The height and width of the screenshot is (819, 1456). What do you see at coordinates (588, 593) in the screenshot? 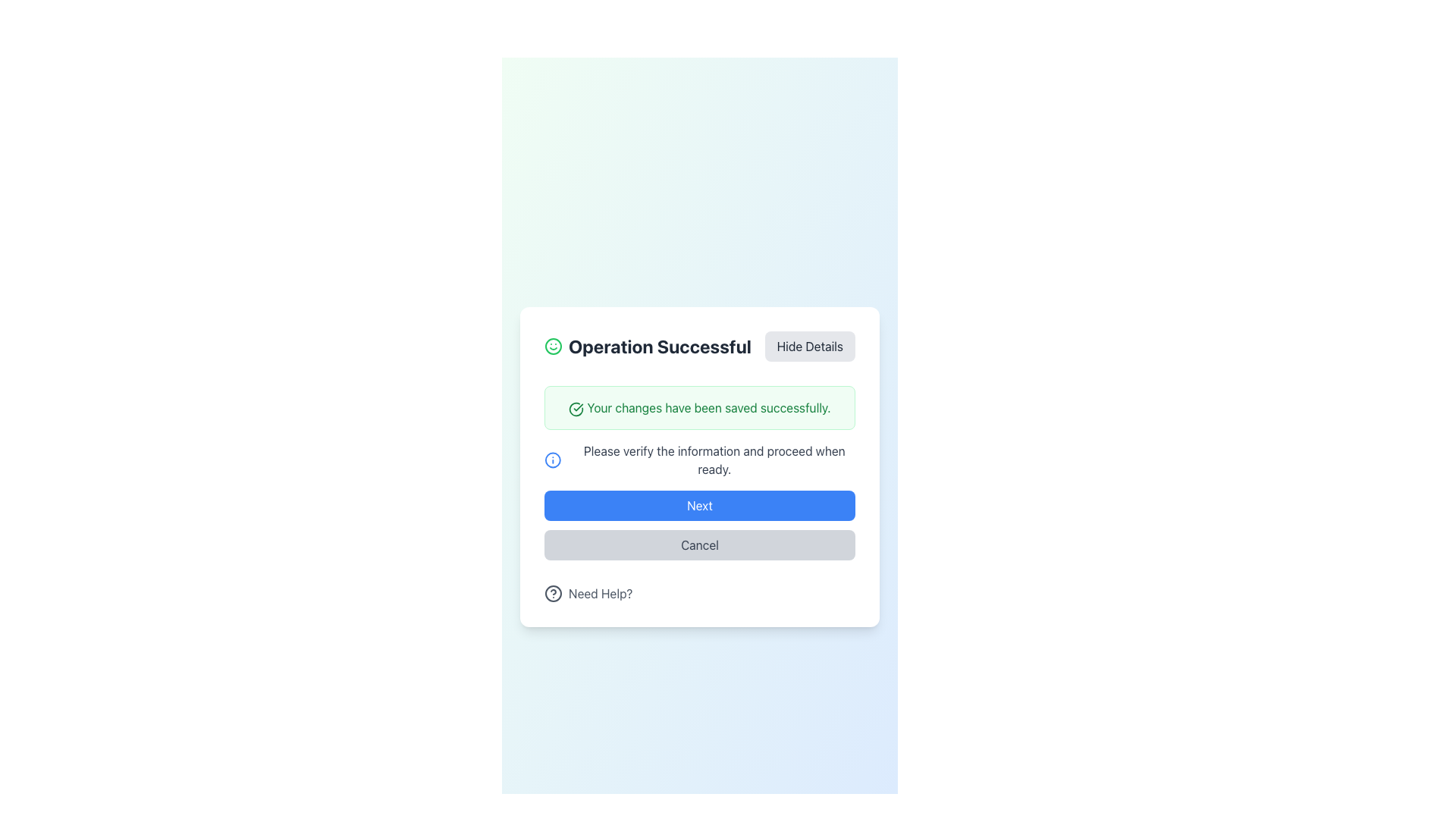
I see `the 'Need Help?' button with a question mark icon located in the lower-right part of the modal interface` at bounding box center [588, 593].